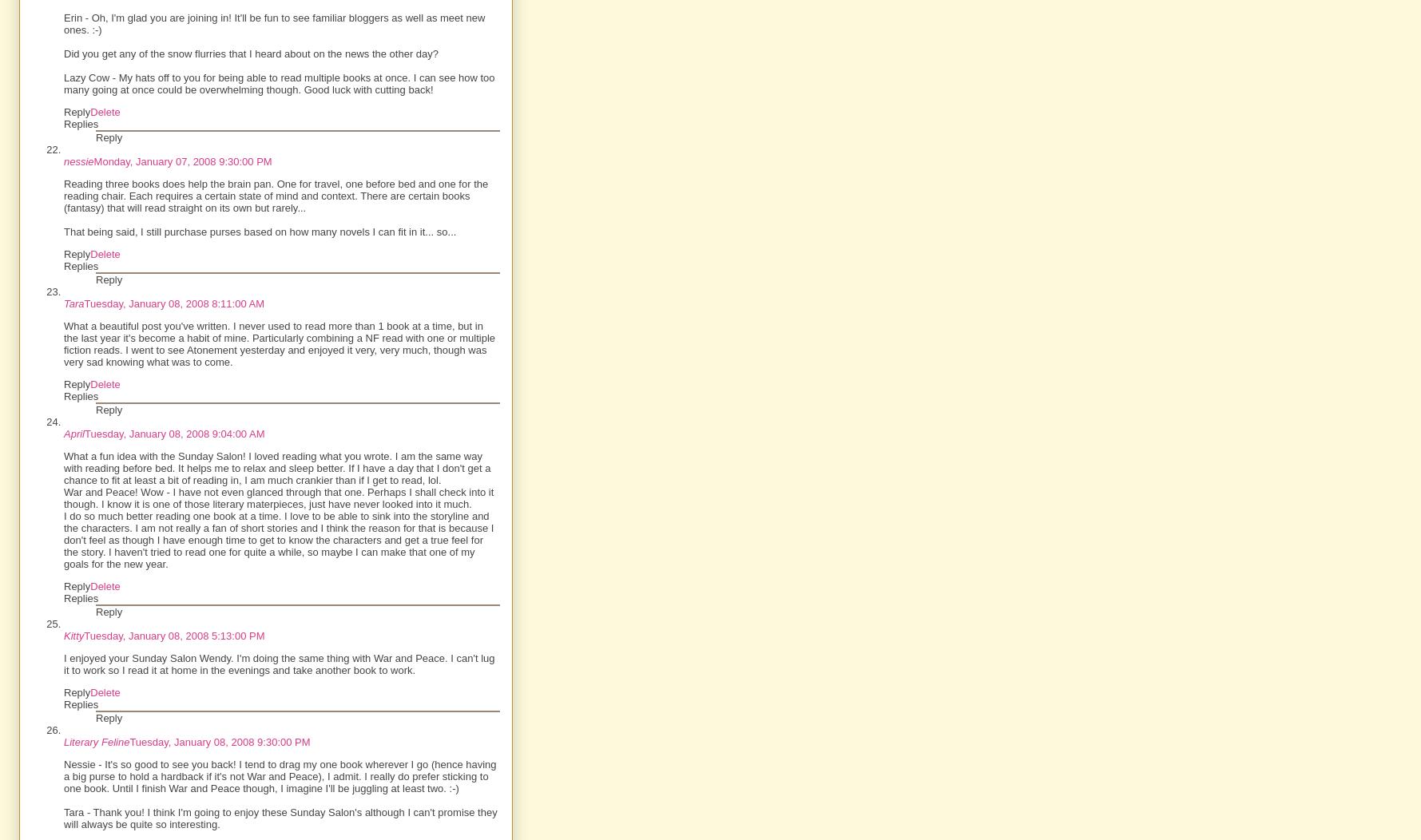  I want to click on 'Tuesday, January 08, 2008 9:04:00 AM', so click(173, 434).